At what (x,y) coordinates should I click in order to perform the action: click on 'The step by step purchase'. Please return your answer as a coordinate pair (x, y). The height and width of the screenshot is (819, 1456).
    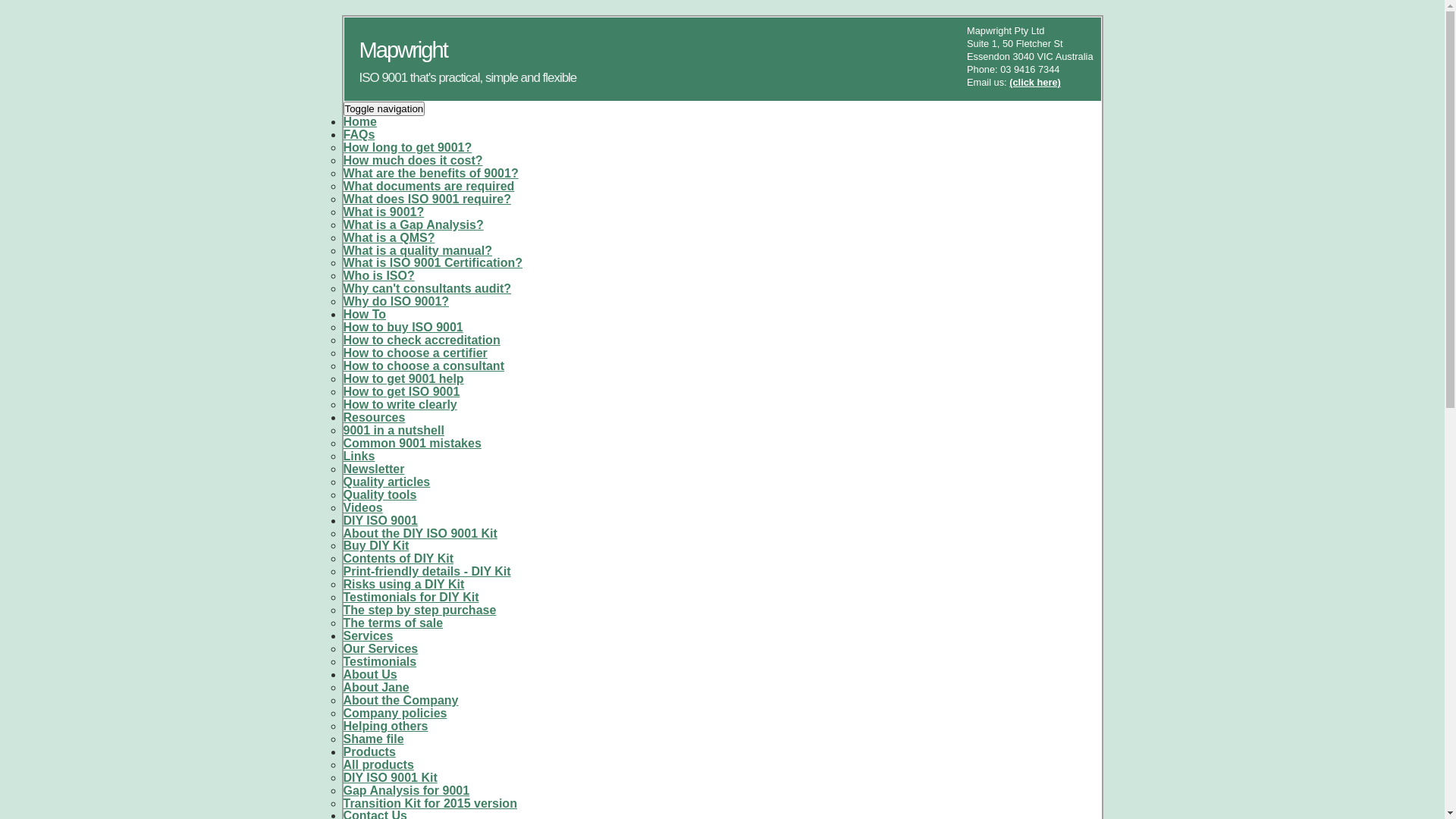
    Looking at the image, I should click on (419, 609).